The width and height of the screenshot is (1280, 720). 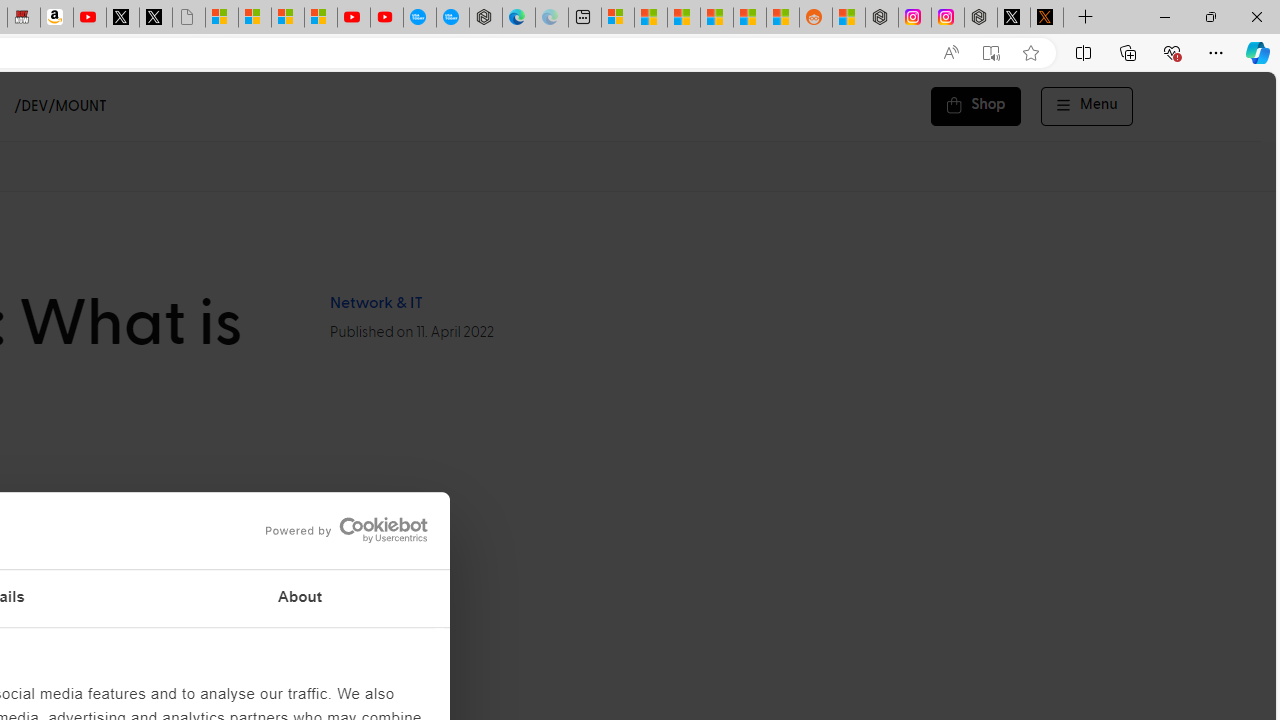 What do you see at coordinates (976, 106) in the screenshot?
I see `'Shop'` at bounding box center [976, 106].